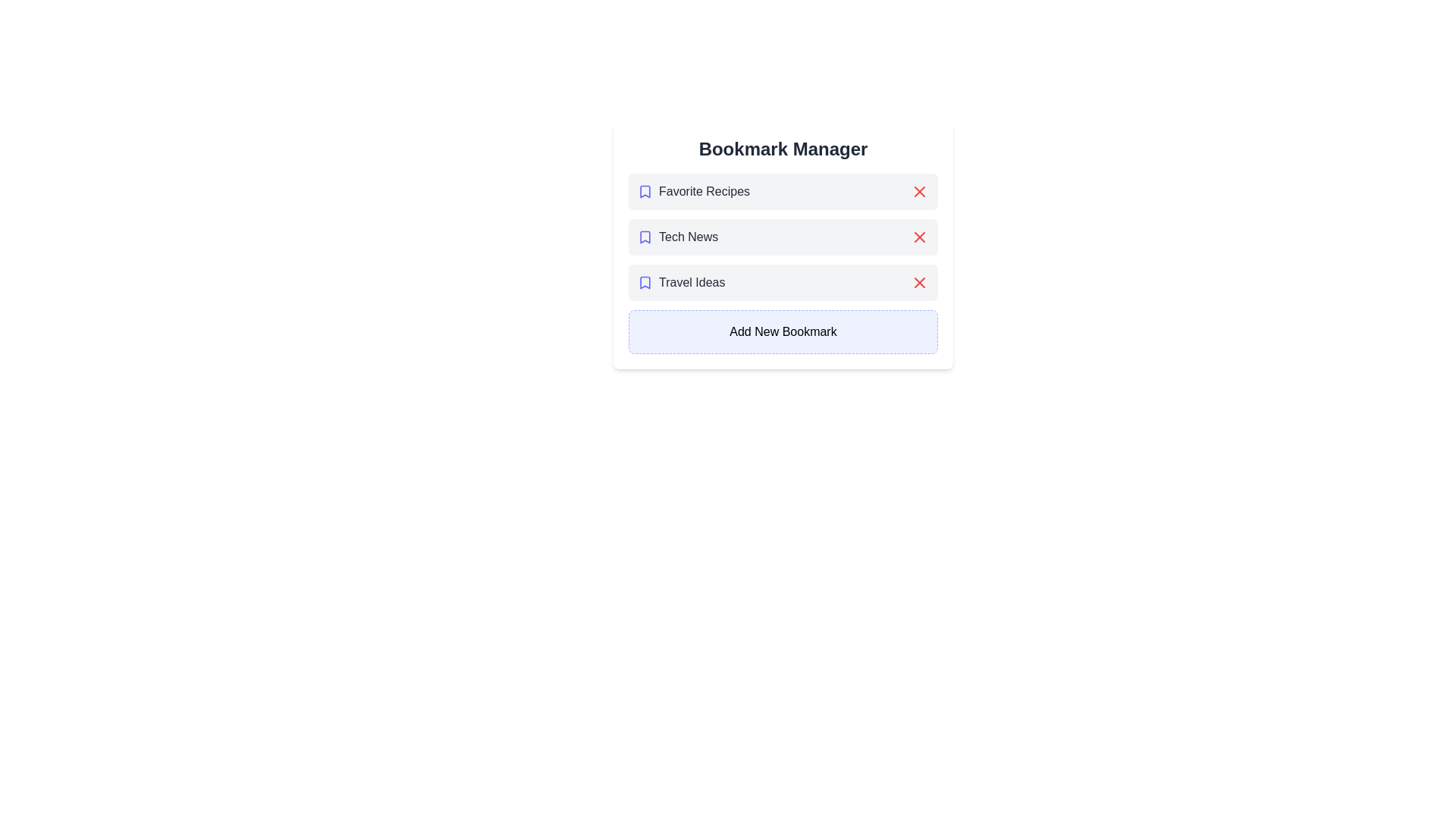  Describe the element at coordinates (919, 191) in the screenshot. I see `remove button next to the bookmark titled Favorite Recipes` at that location.